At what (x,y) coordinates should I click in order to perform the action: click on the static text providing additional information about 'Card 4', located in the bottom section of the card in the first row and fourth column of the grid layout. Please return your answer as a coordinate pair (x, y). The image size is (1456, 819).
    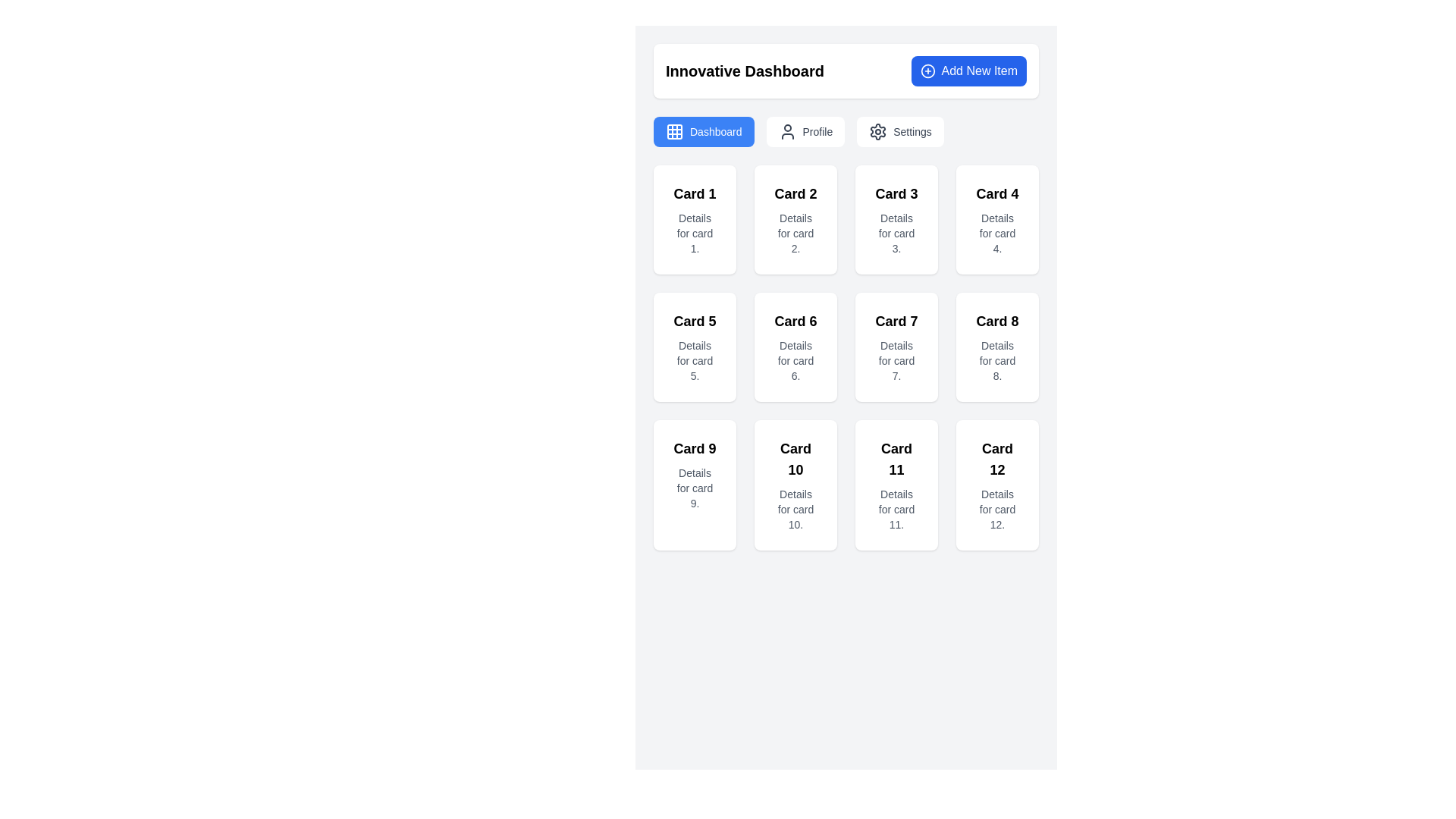
    Looking at the image, I should click on (997, 234).